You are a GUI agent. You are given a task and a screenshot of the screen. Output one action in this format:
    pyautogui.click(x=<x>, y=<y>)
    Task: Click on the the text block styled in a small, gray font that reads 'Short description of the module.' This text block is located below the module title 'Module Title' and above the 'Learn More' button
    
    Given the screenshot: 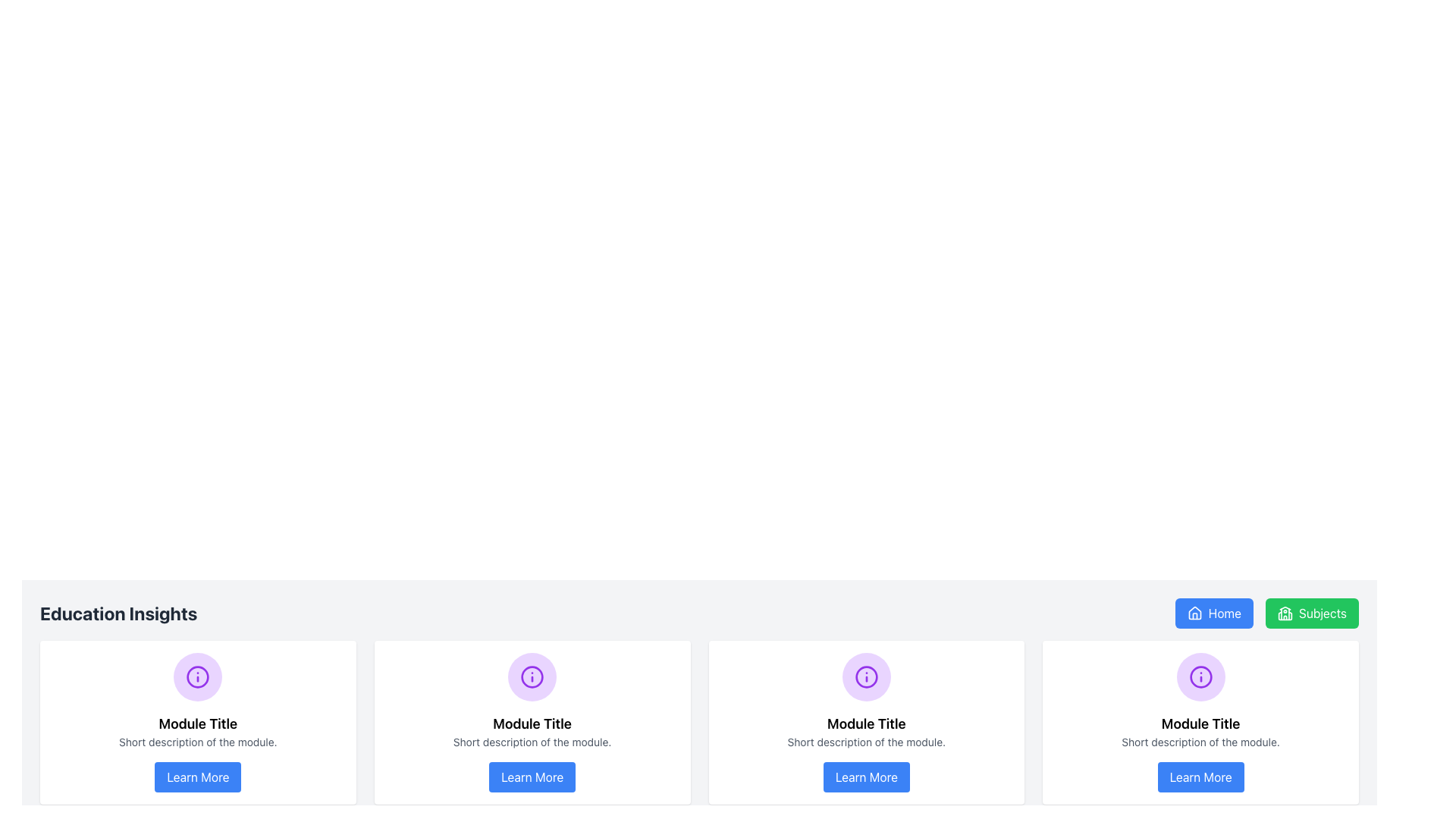 What is the action you would take?
    pyautogui.click(x=197, y=742)
    